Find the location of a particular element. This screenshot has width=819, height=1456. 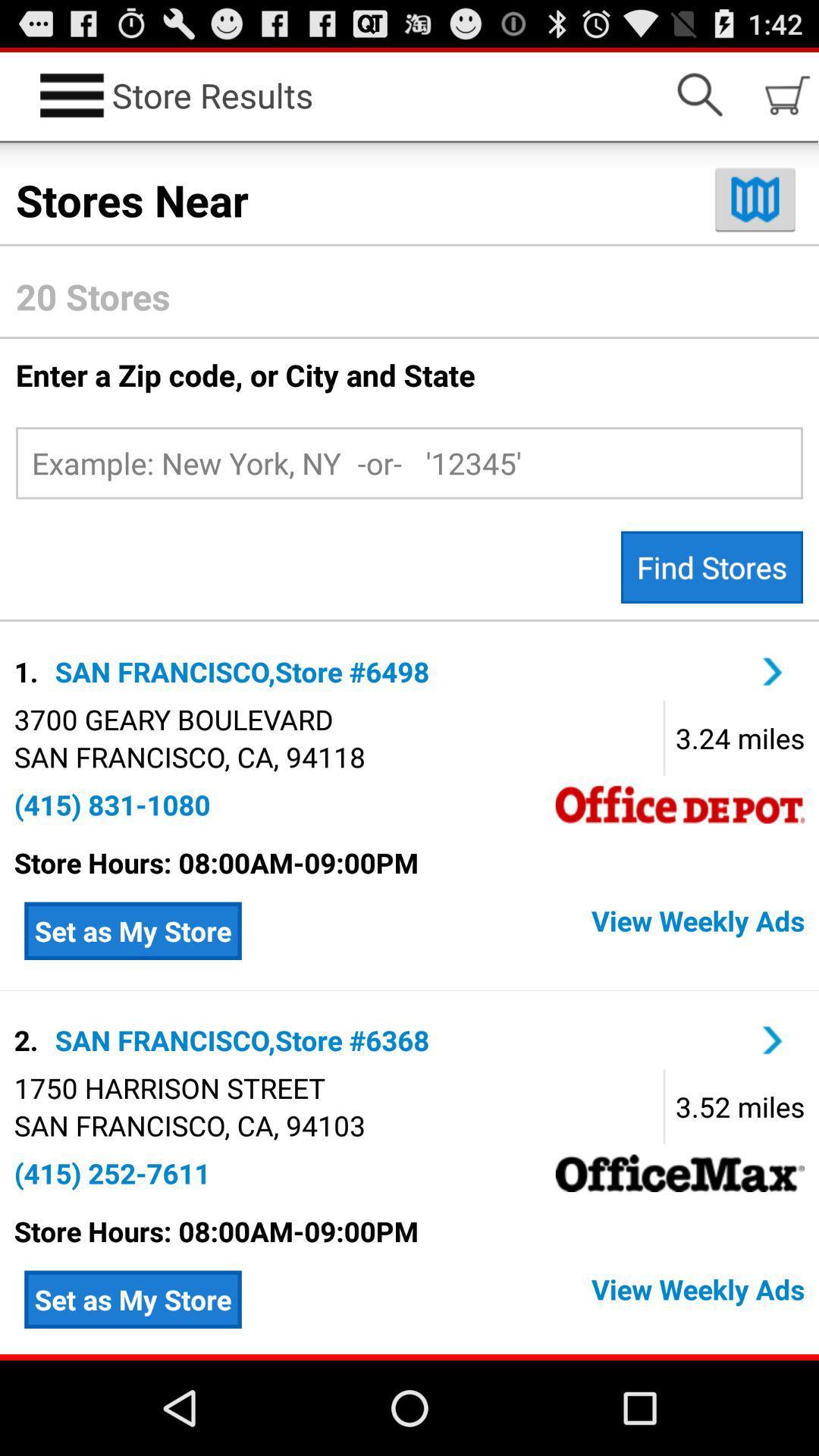

icon below the 1.  app is located at coordinates (173, 718).